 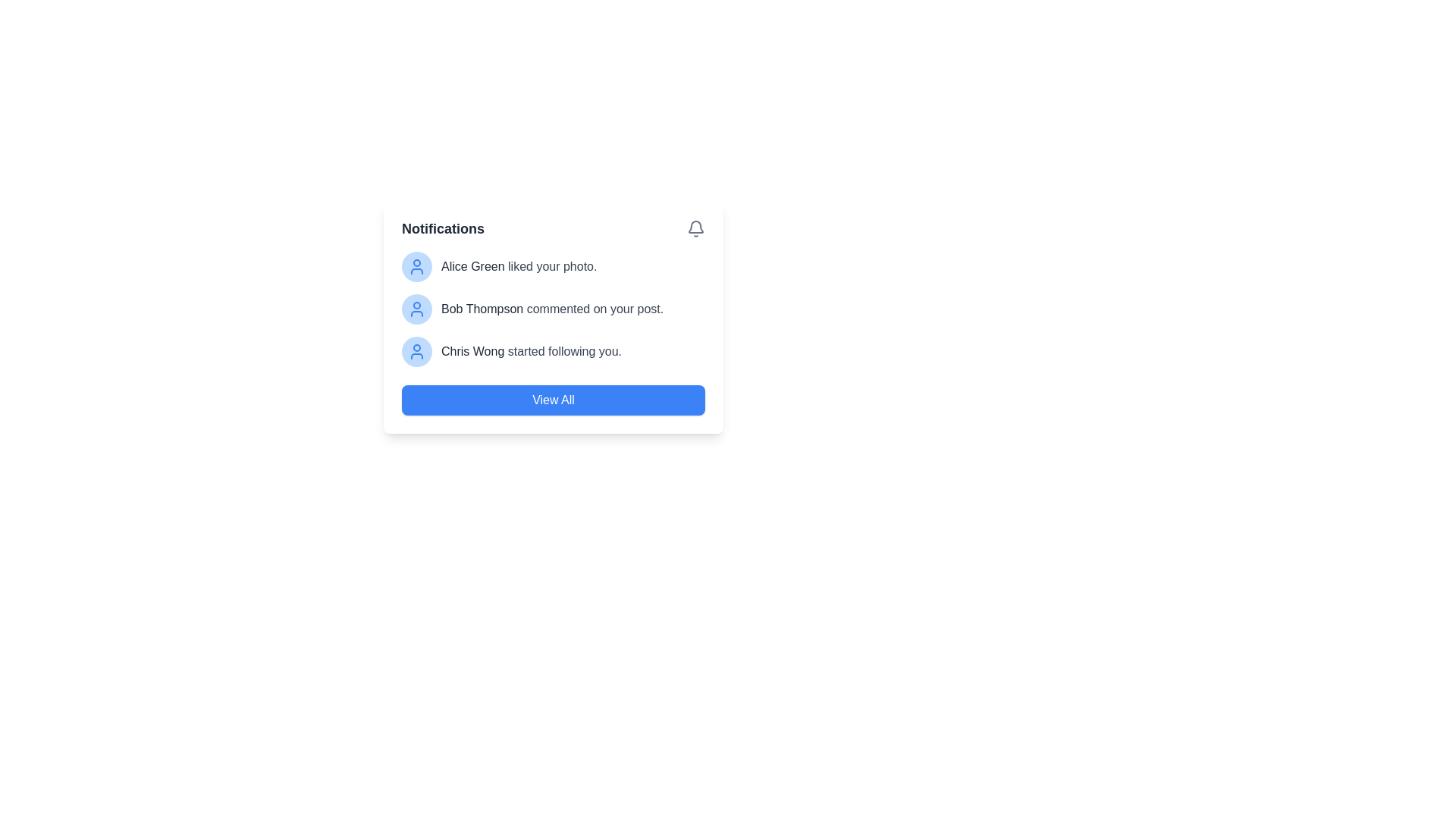 I want to click on the first notification entry in the notification list that notifies the user of an interaction involving 'Alice Green' and 'your photo', so click(x=519, y=265).